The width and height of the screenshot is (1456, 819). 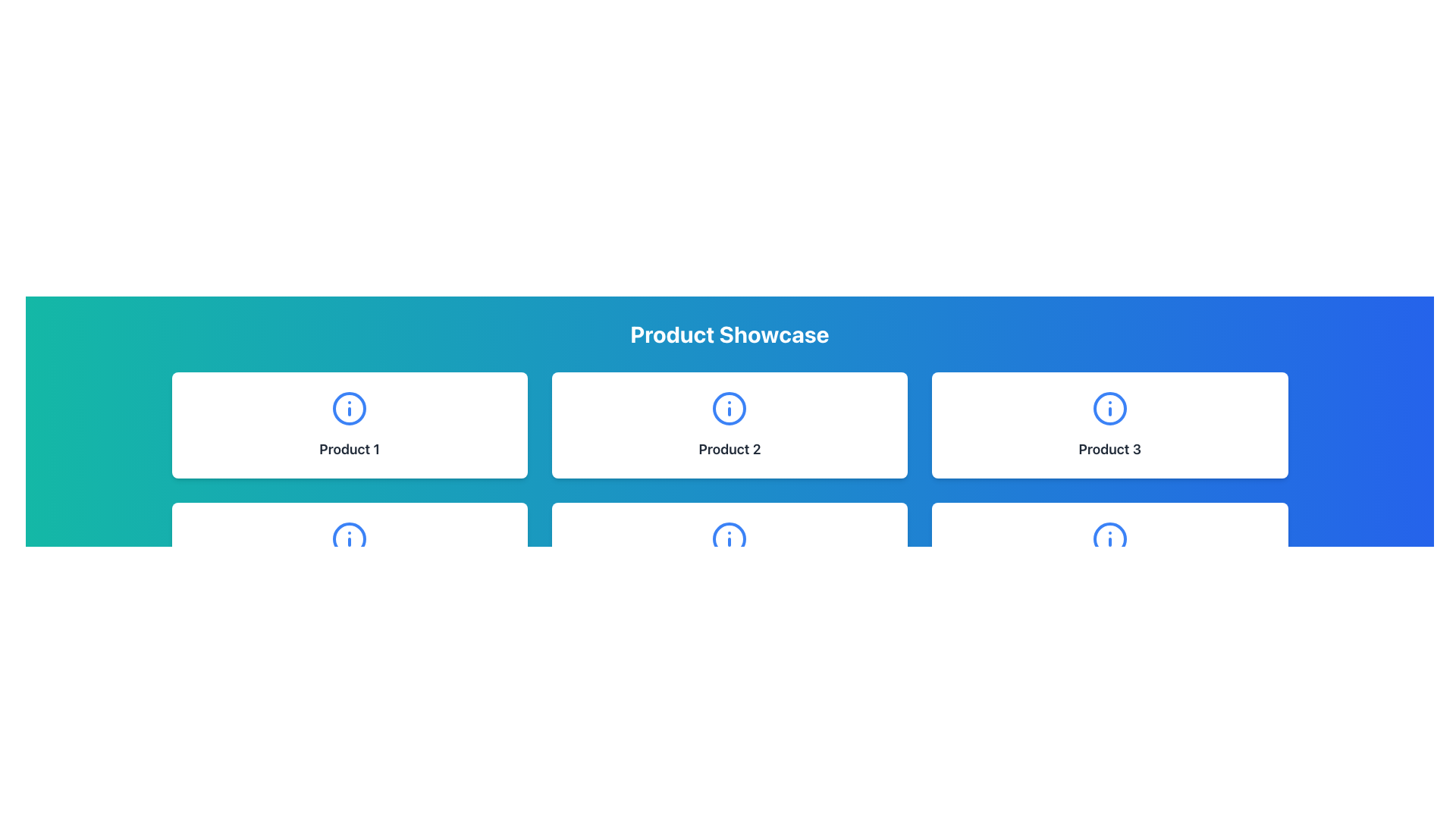 What do you see at coordinates (730, 408) in the screenshot?
I see `the blue circular SVG icon located in the middle circle of the 'Product 2' section` at bounding box center [730, 408].